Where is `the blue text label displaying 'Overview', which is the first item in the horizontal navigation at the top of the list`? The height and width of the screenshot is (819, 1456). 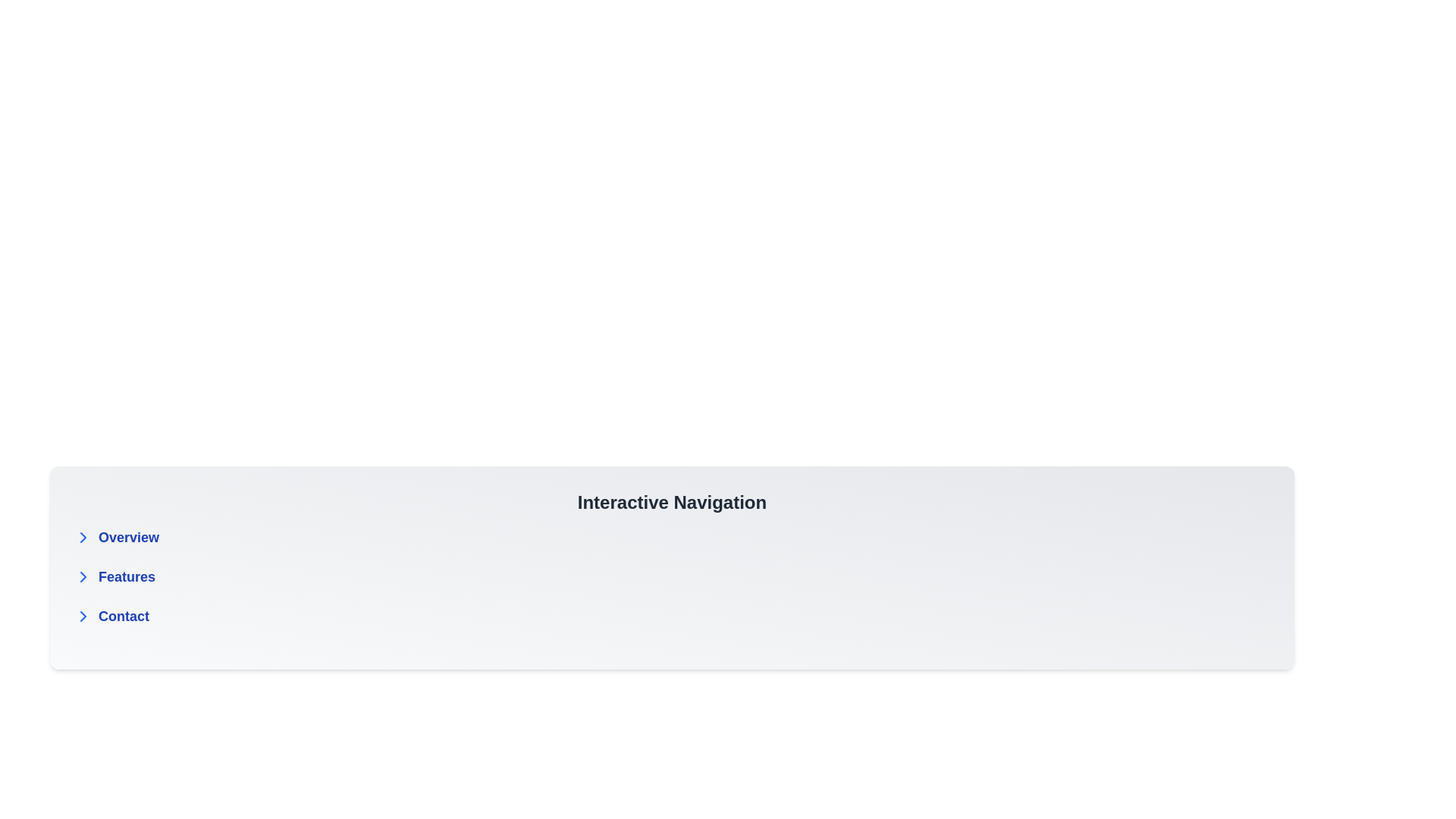
the blue text label displaying 'Overview', which is the first item in the horizontal navigation at the top of the list is located at coordinates (129, 537).